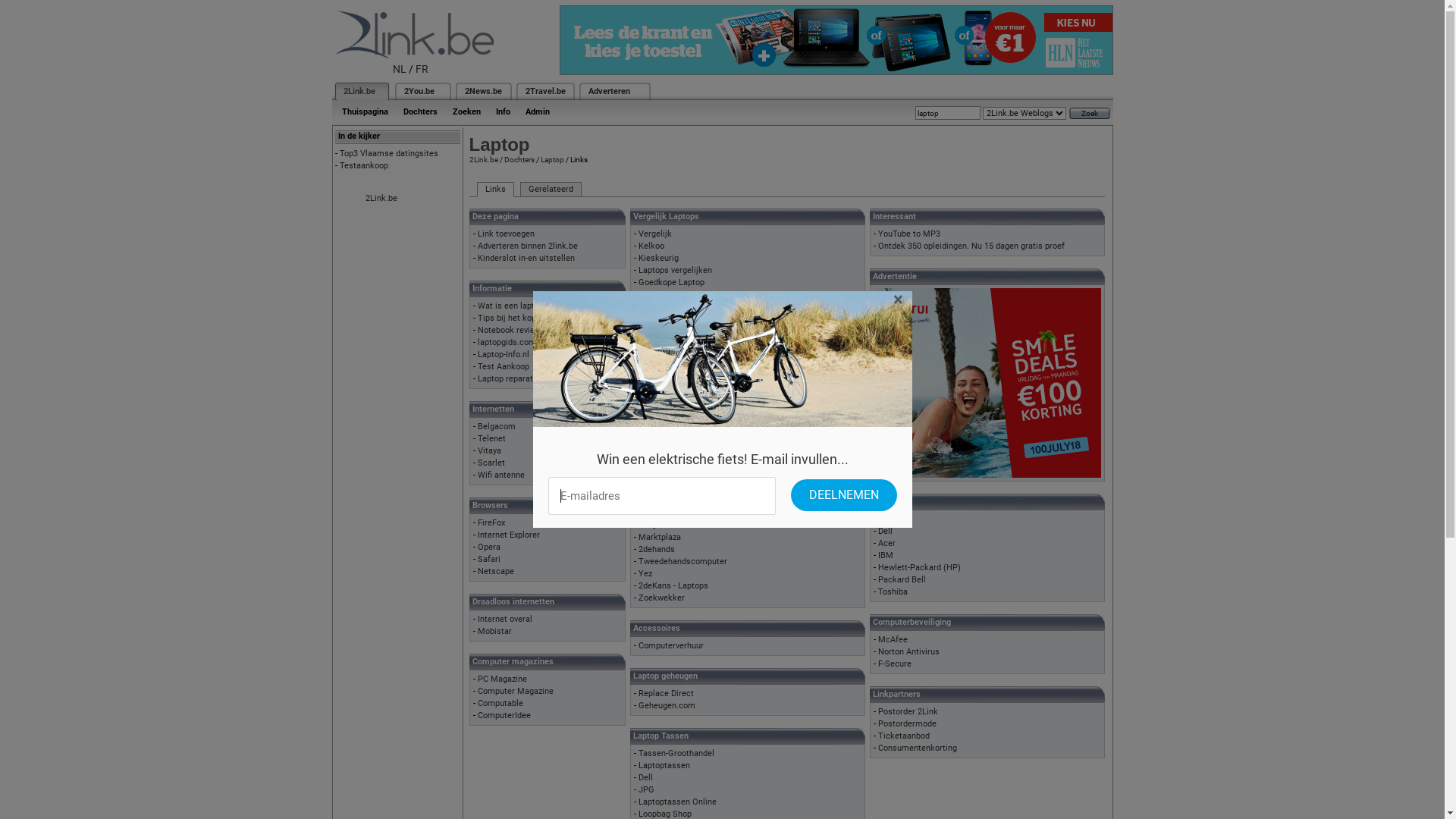 Image resolution: width=1456 pixels, height=819 pixels. Describe the element at coordinates (389, 153) in the screenshot. I see `'Top3 Vlaamse datingsites'` at that location.